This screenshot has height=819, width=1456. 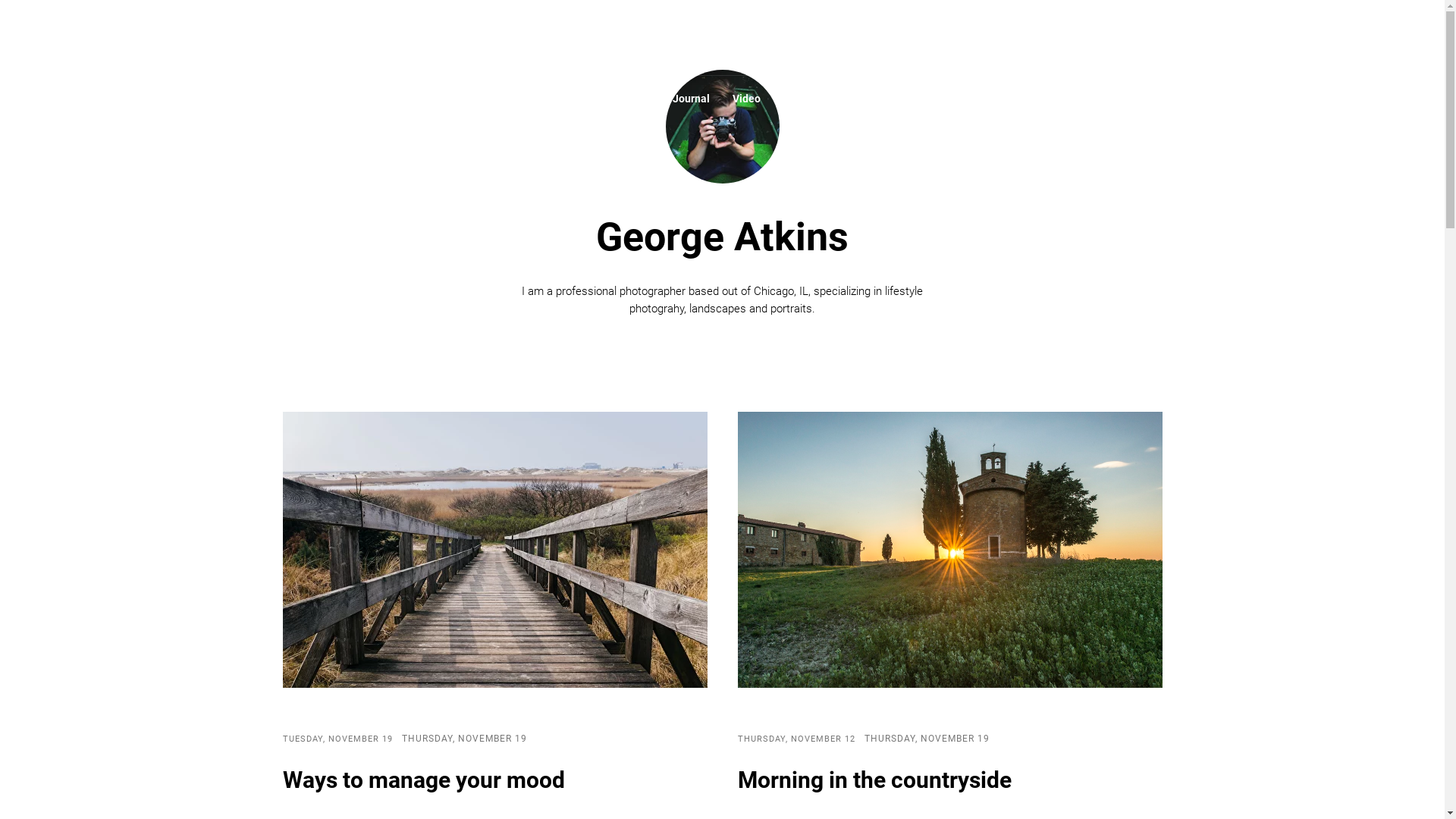 I want to click on 'About', so click(x=634, y=99).